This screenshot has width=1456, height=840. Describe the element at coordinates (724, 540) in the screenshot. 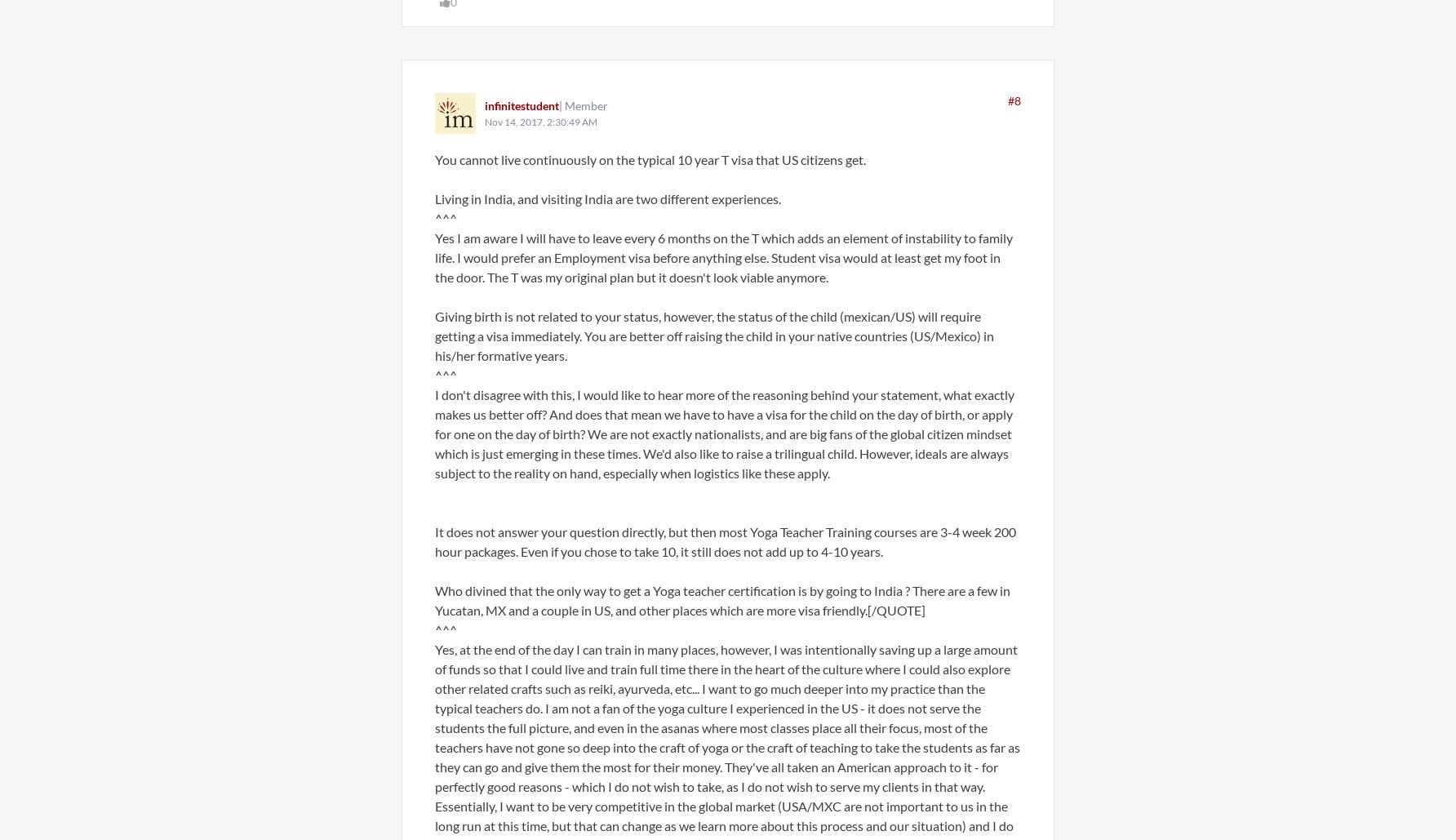

I see `'It does not answer your question directly, but then most Yoga Teacher Training courses are 3-4 week 200 hour packages. Even if you chose to take 10, it still does not add up to 4-10 years.'` at that location.